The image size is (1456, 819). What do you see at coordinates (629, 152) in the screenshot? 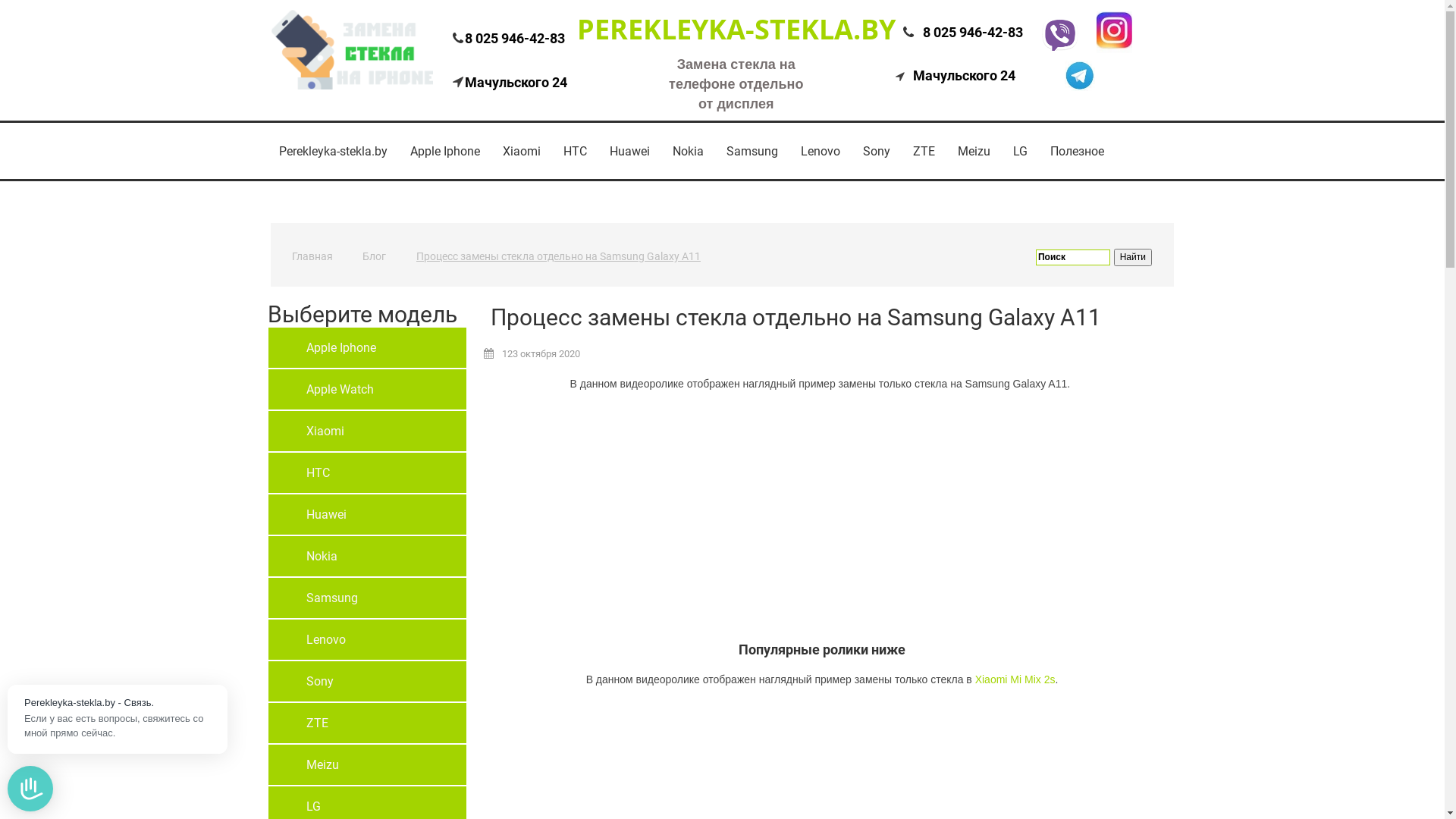
I see `'Huawei'` at bounding box center [629, 152].